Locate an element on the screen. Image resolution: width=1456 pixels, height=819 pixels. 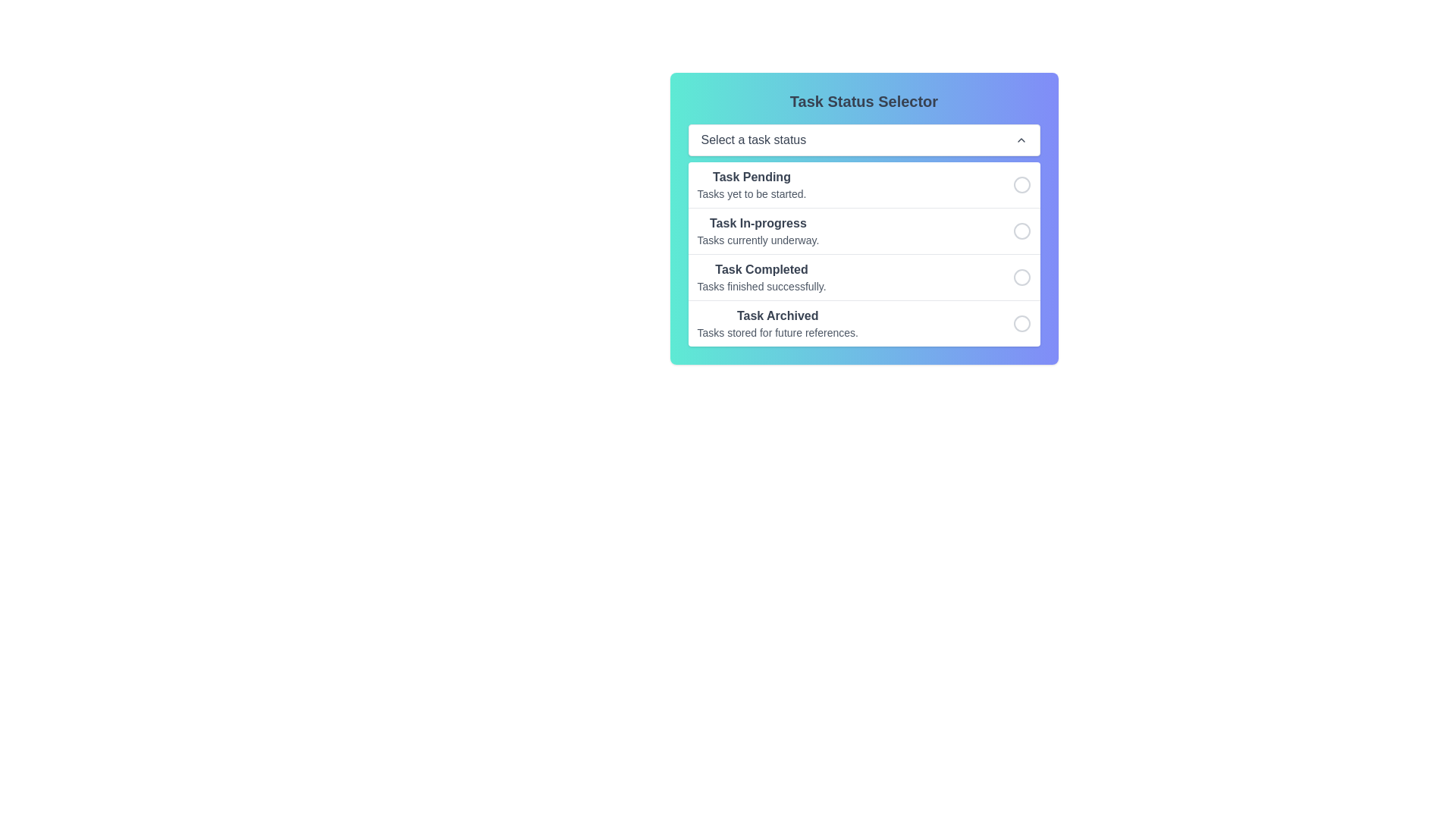
the task status row in the dropdown menu located below the 'Select a task status' dropdown is located at coordinates (864, 253).